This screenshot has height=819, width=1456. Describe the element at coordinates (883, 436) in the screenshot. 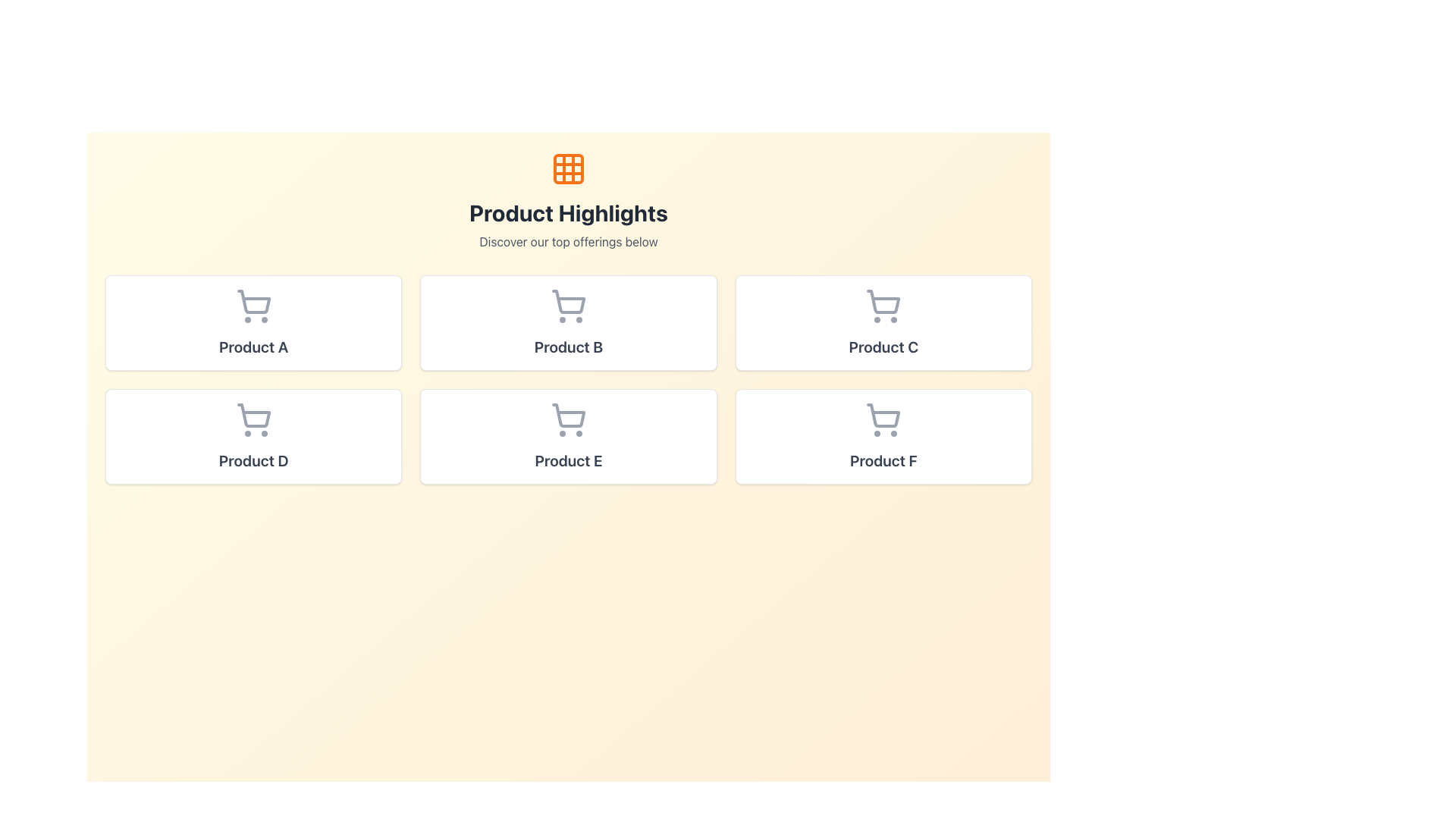

I see `the card component displaying 'Product F', which is located in the bottom-right corner of the grid layout` at that location.